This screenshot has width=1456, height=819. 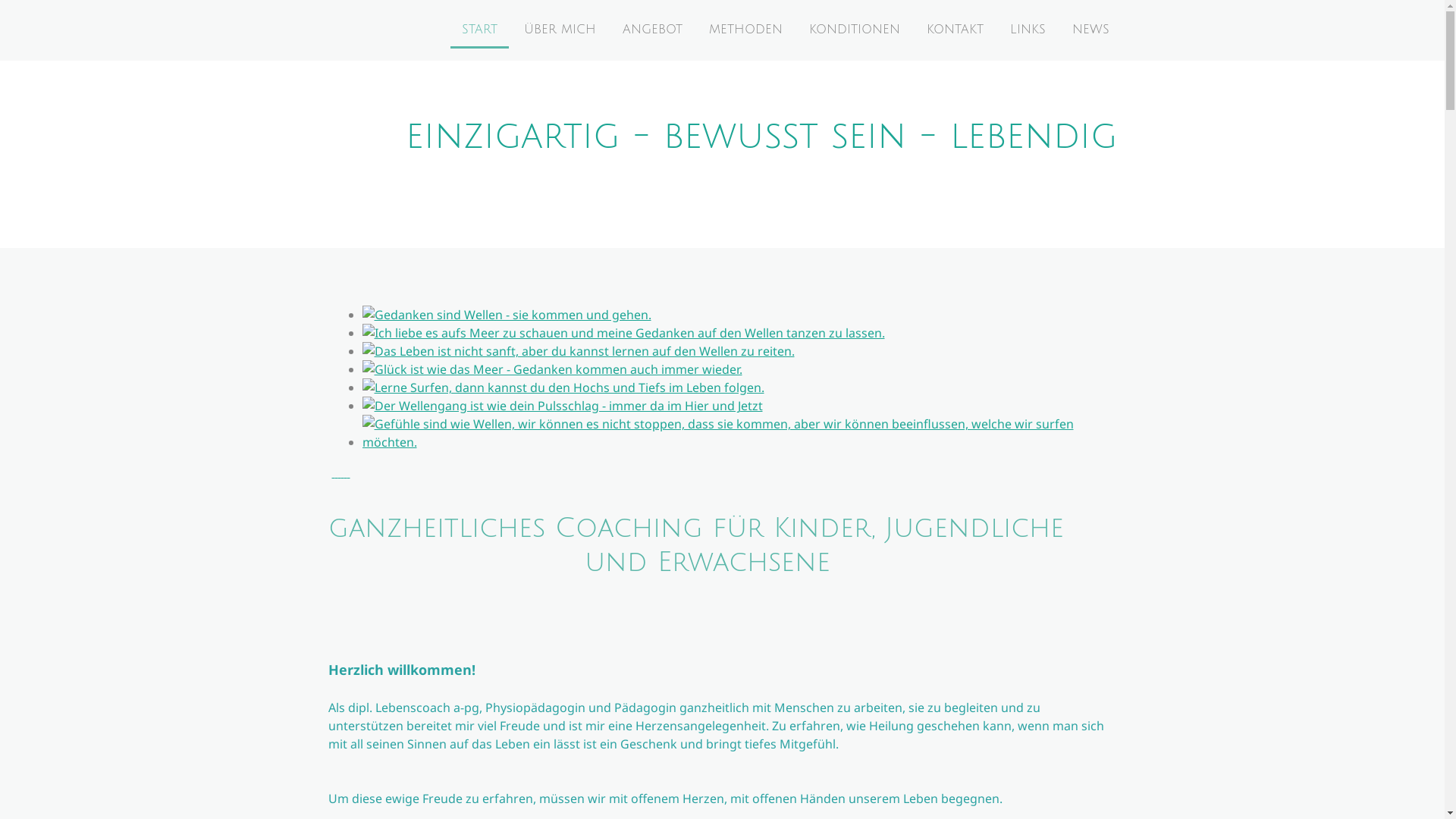 What do you see at coordinates (745, 30) in the screenshot?
I see `'METHODEN'` at bounding box center [745, 30].